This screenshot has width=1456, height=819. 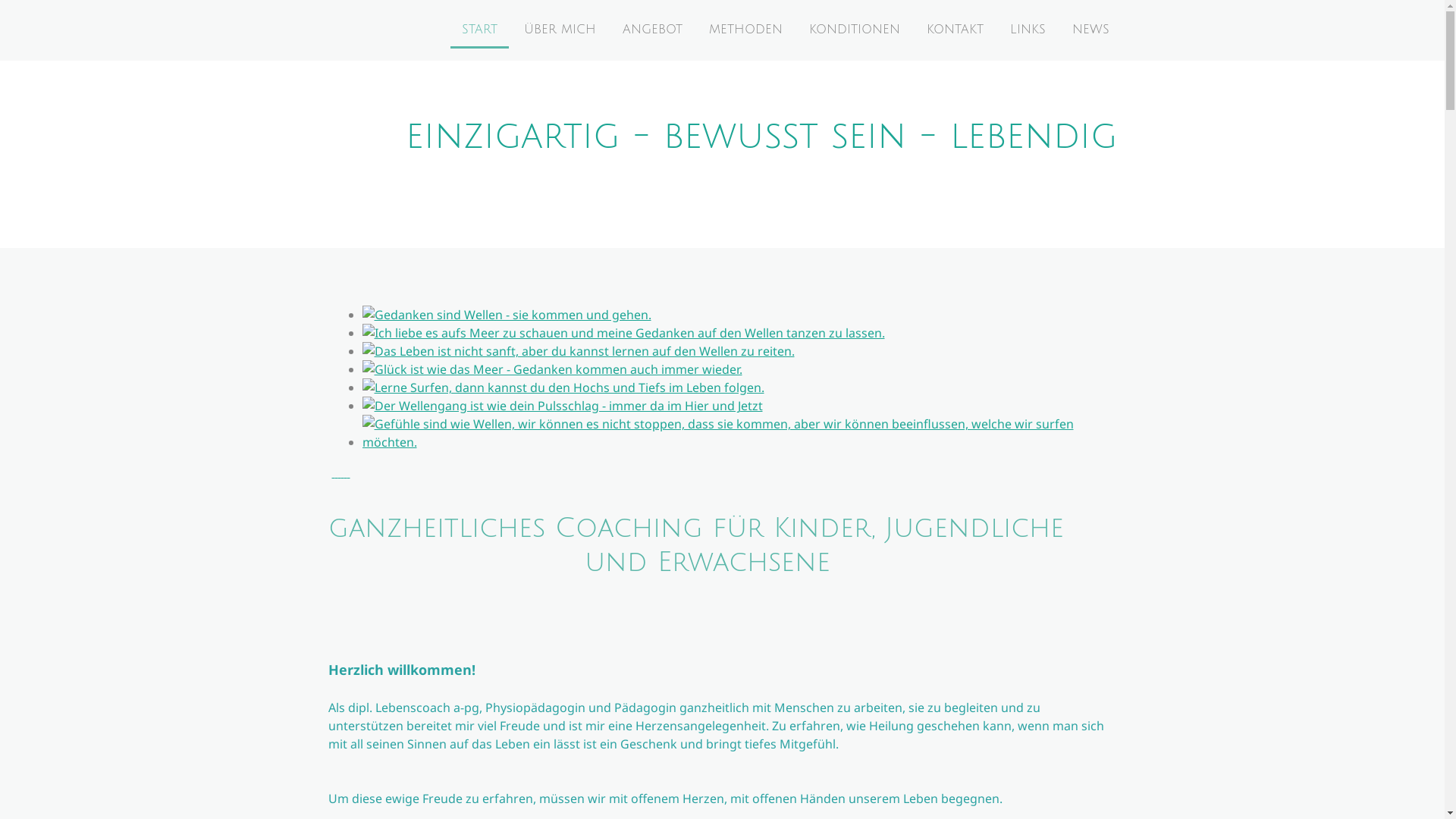 What do you see at coordinates (745, 30) in the screenshot?
I see `'METHODEN'` at bounding box center [745, 30].